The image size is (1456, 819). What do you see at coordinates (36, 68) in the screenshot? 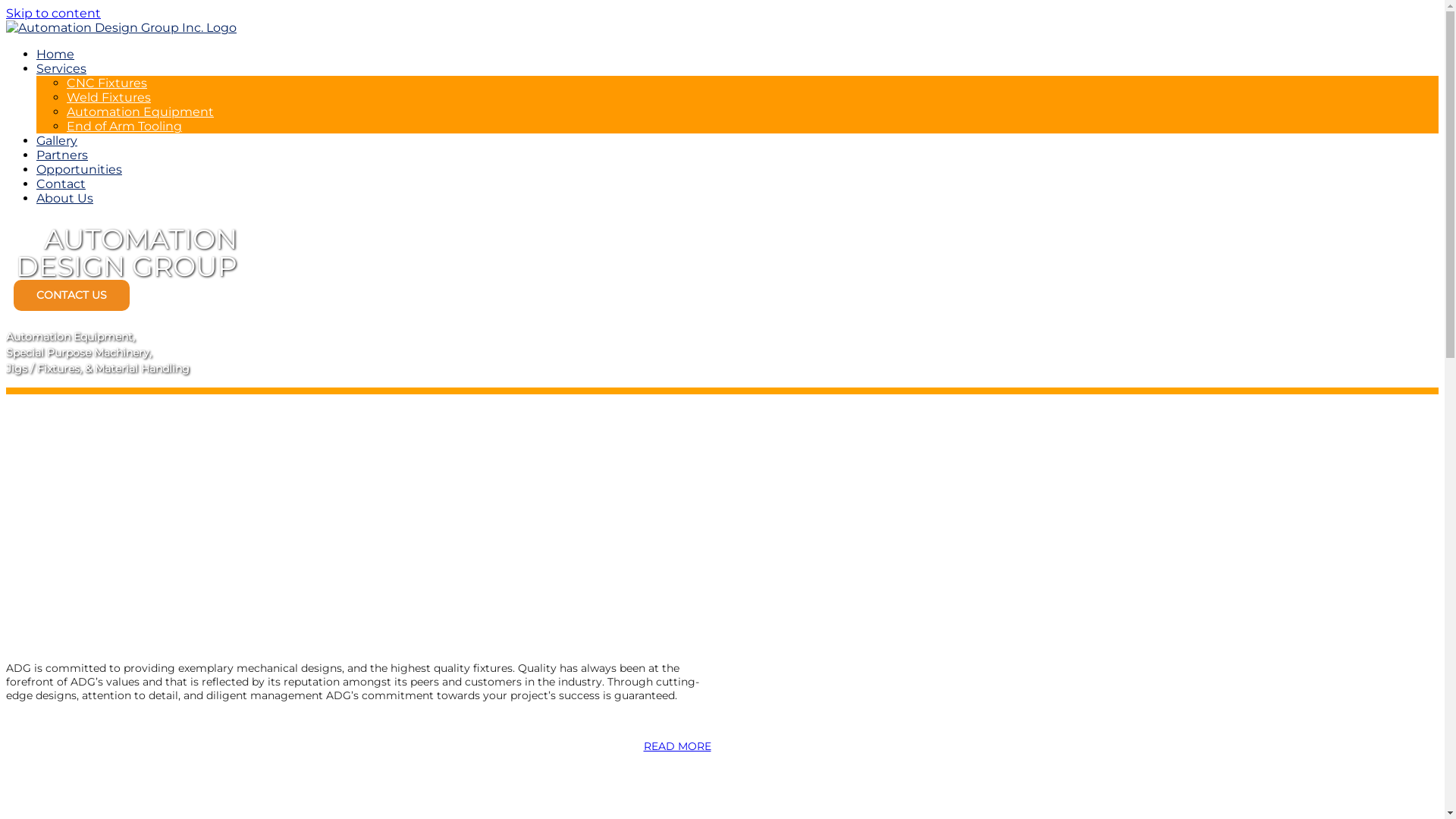
I see `'Services'` at bounding box center [36, 68].